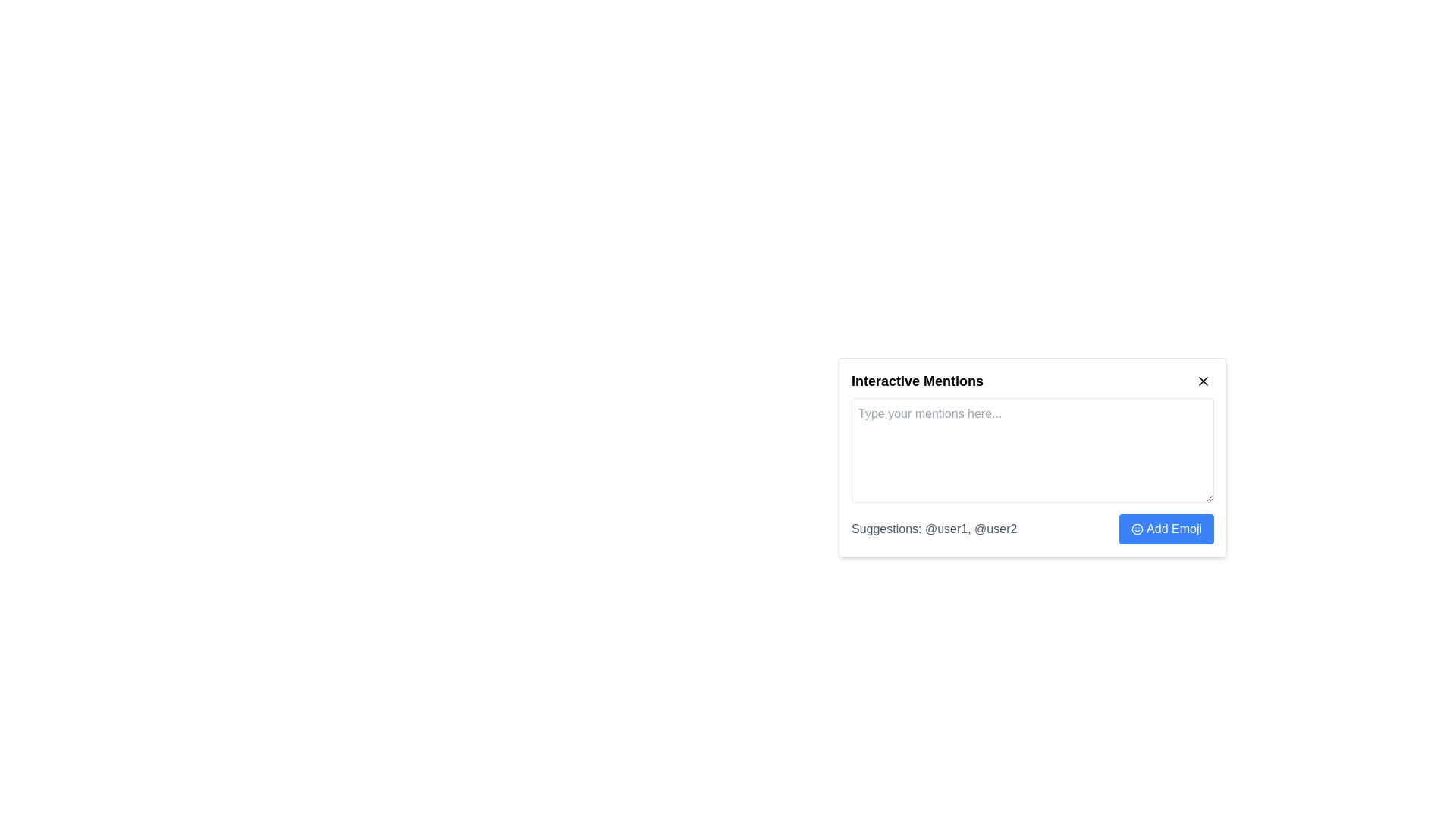 The image size is (1456, 819). What do you see at coordinates (1203, 380) in the screenshot?
I see `the close button located at the top-right corner of the 'Interactive Mentions' modal` at bounding box center [1203, 380].